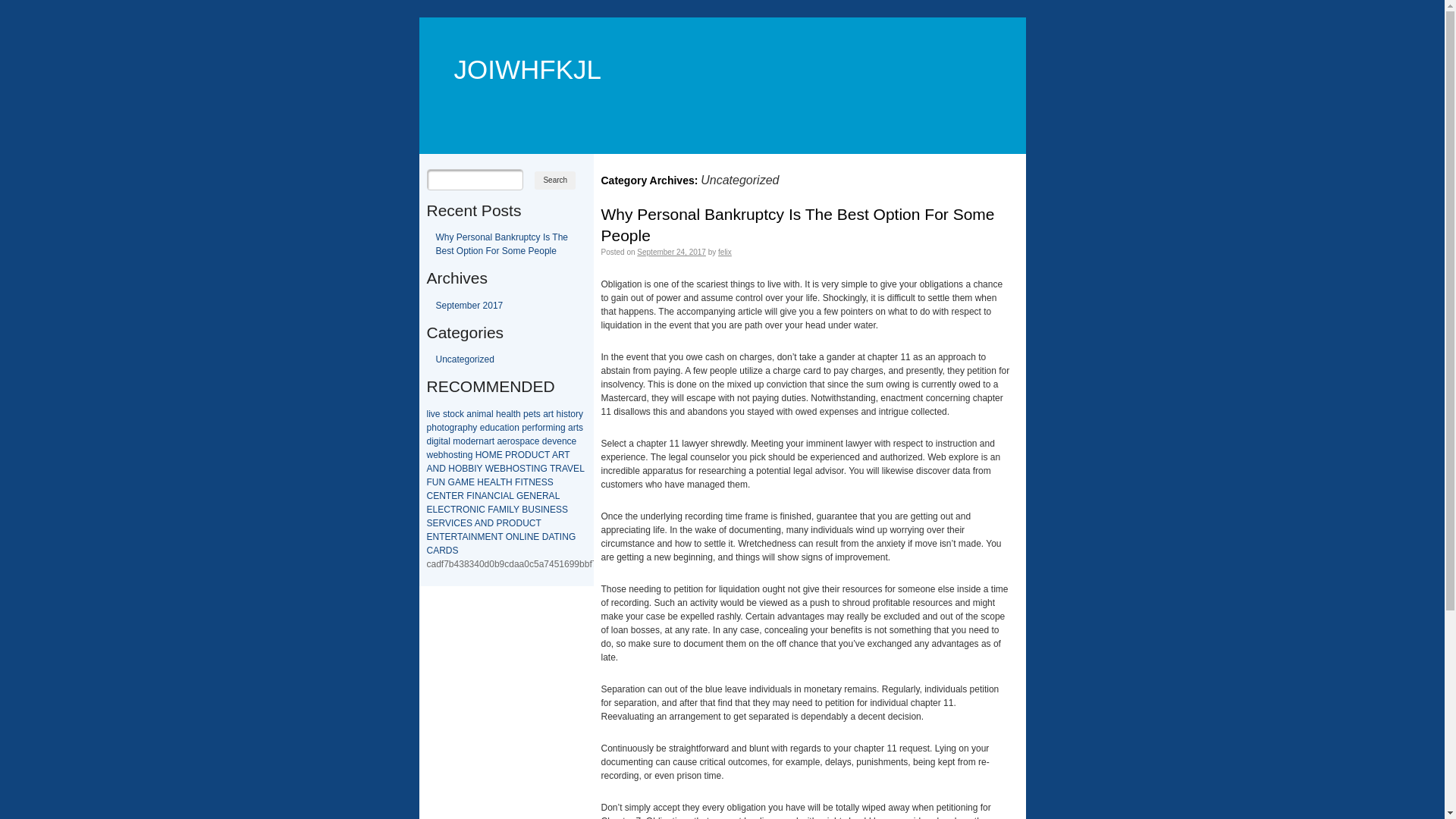 This screenshot has width=1456, height=819. I want to click on 'B', so click(469, 467).